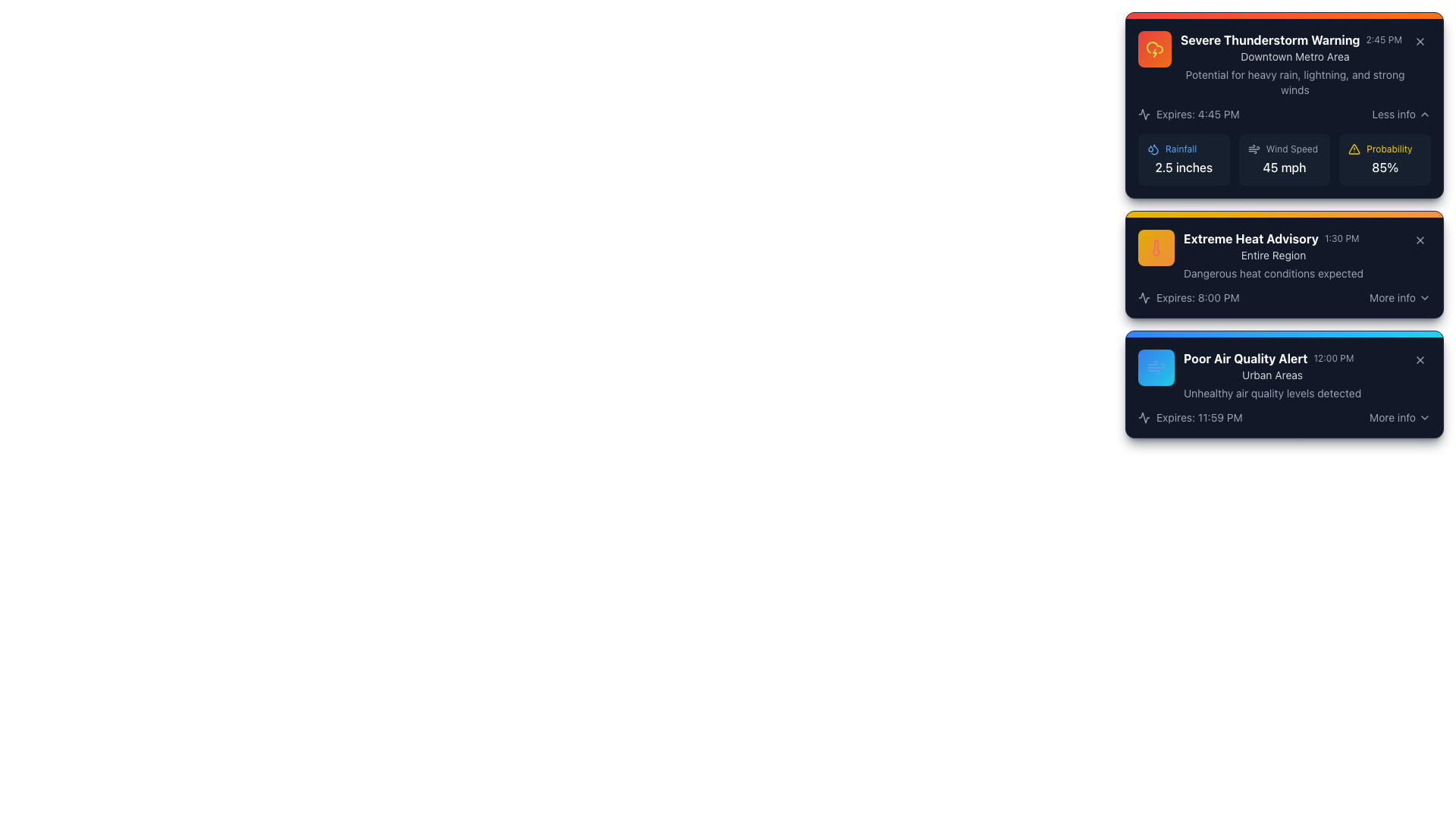 The height and width of the screenshot is (819, 1456). What do you see at coordinates (1272, 375) in the screenshot?
I see `alert information from the notification card titled 'Poor Air Quality Alert' located in the lower section of the stack` at bounding box center [1272, 375].